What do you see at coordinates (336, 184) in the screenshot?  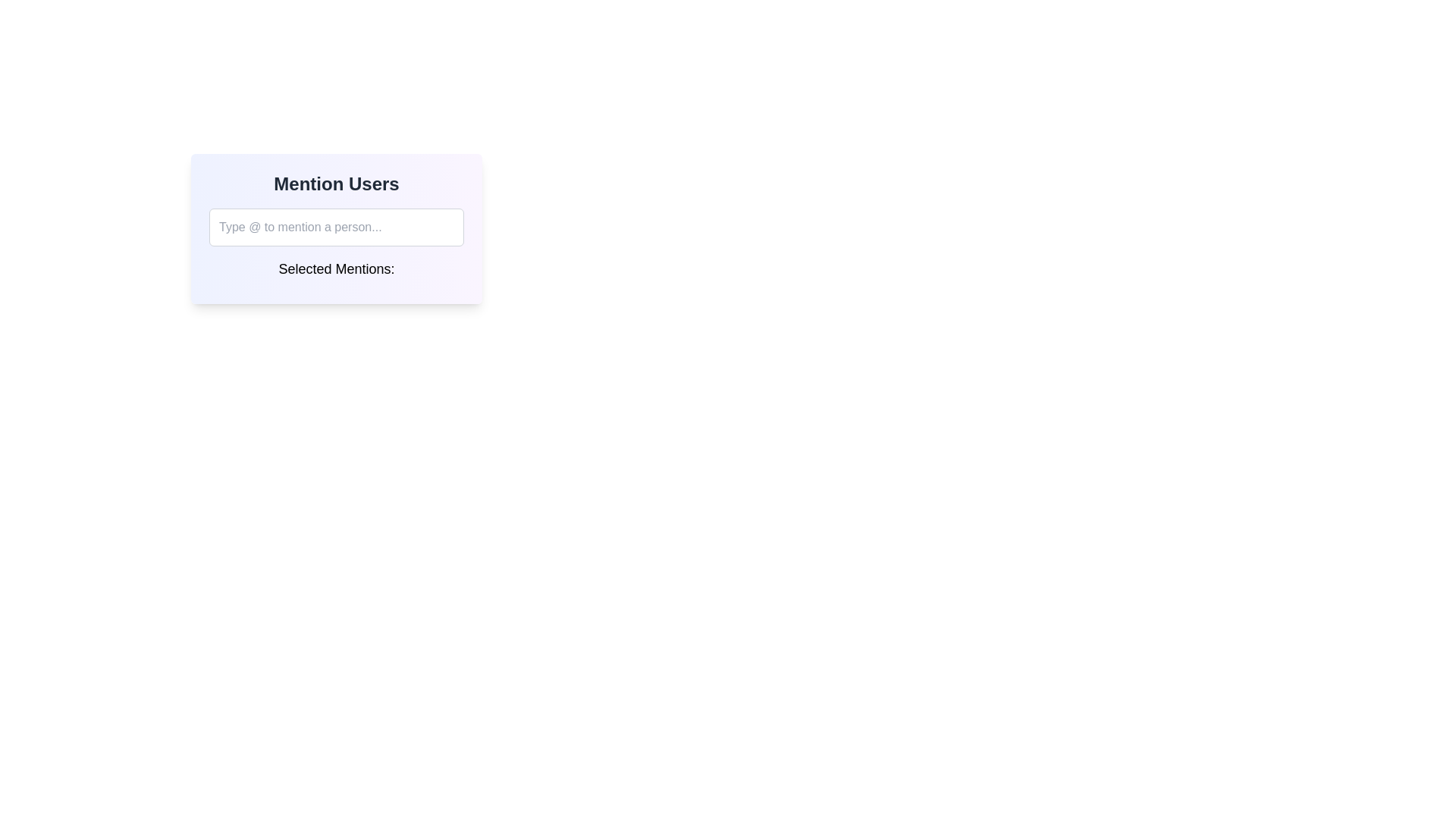 I see `the prominent header text displaying 'Mention Users', which is styled with a large bold font in dark gray against a light purple gradient background` at bounding box center [336, 184].